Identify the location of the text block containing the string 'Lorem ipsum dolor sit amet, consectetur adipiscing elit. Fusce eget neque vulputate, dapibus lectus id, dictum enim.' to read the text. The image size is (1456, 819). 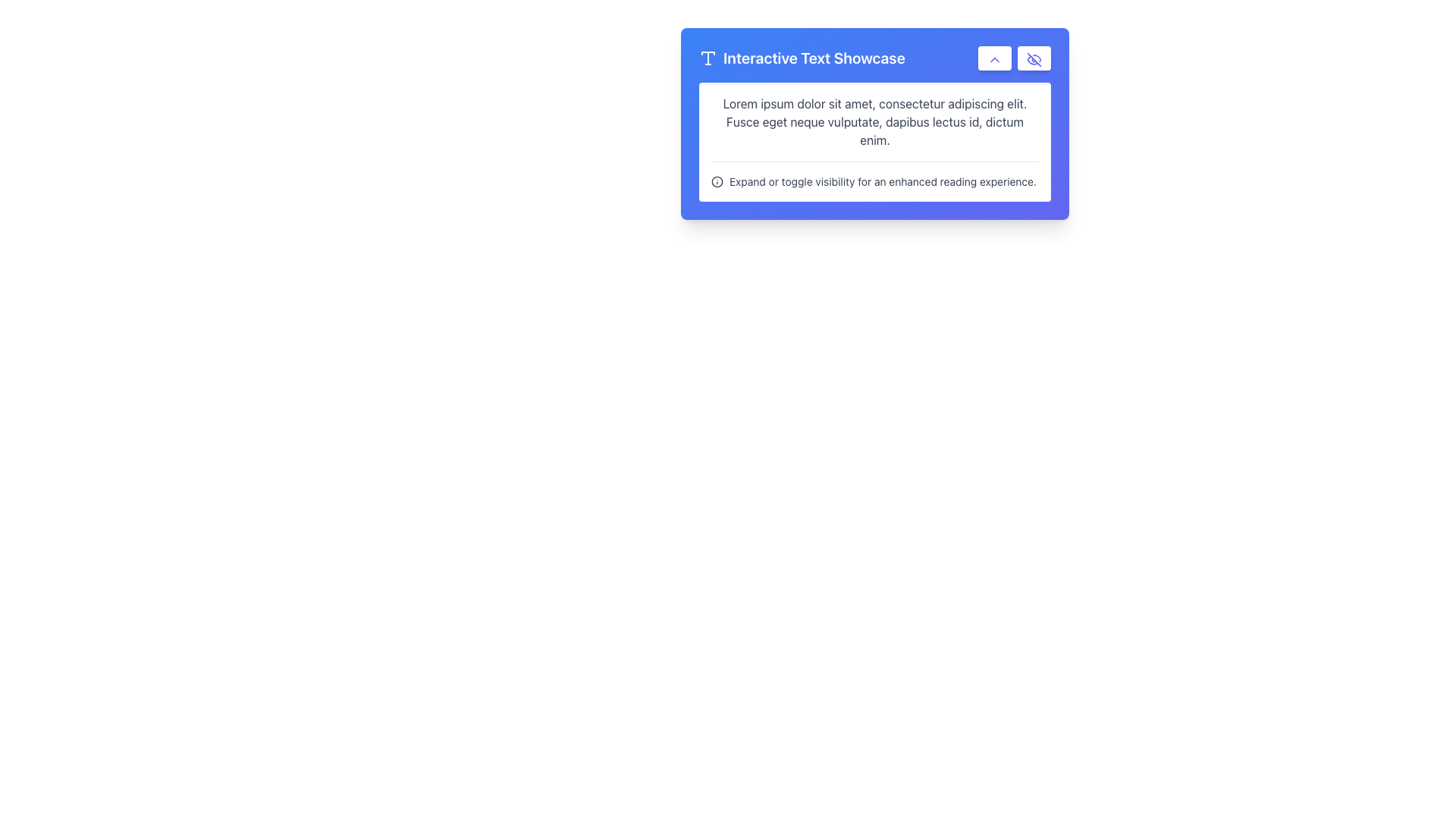
(874, 121).